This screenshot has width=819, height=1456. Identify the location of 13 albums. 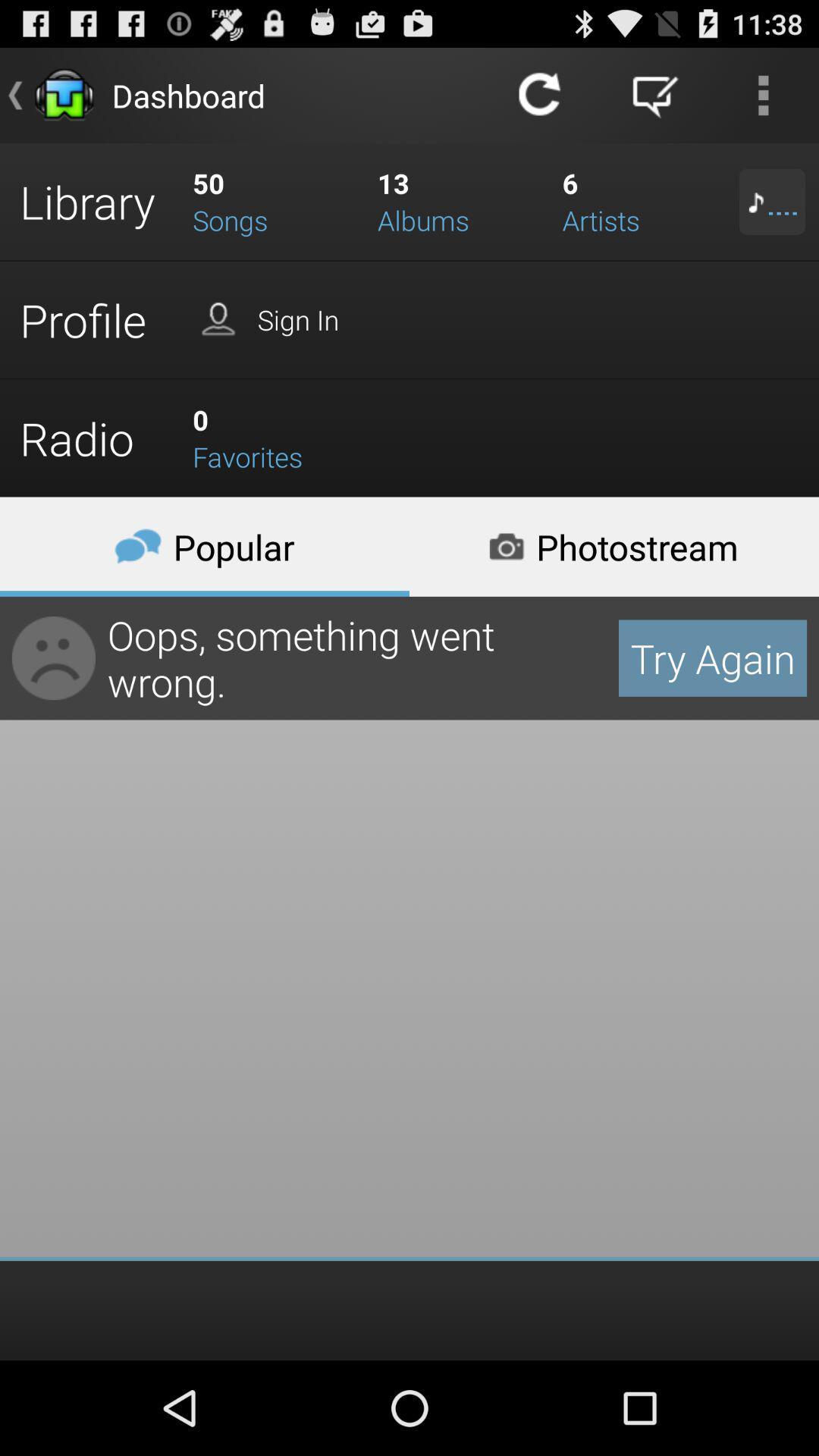
(459, 201).